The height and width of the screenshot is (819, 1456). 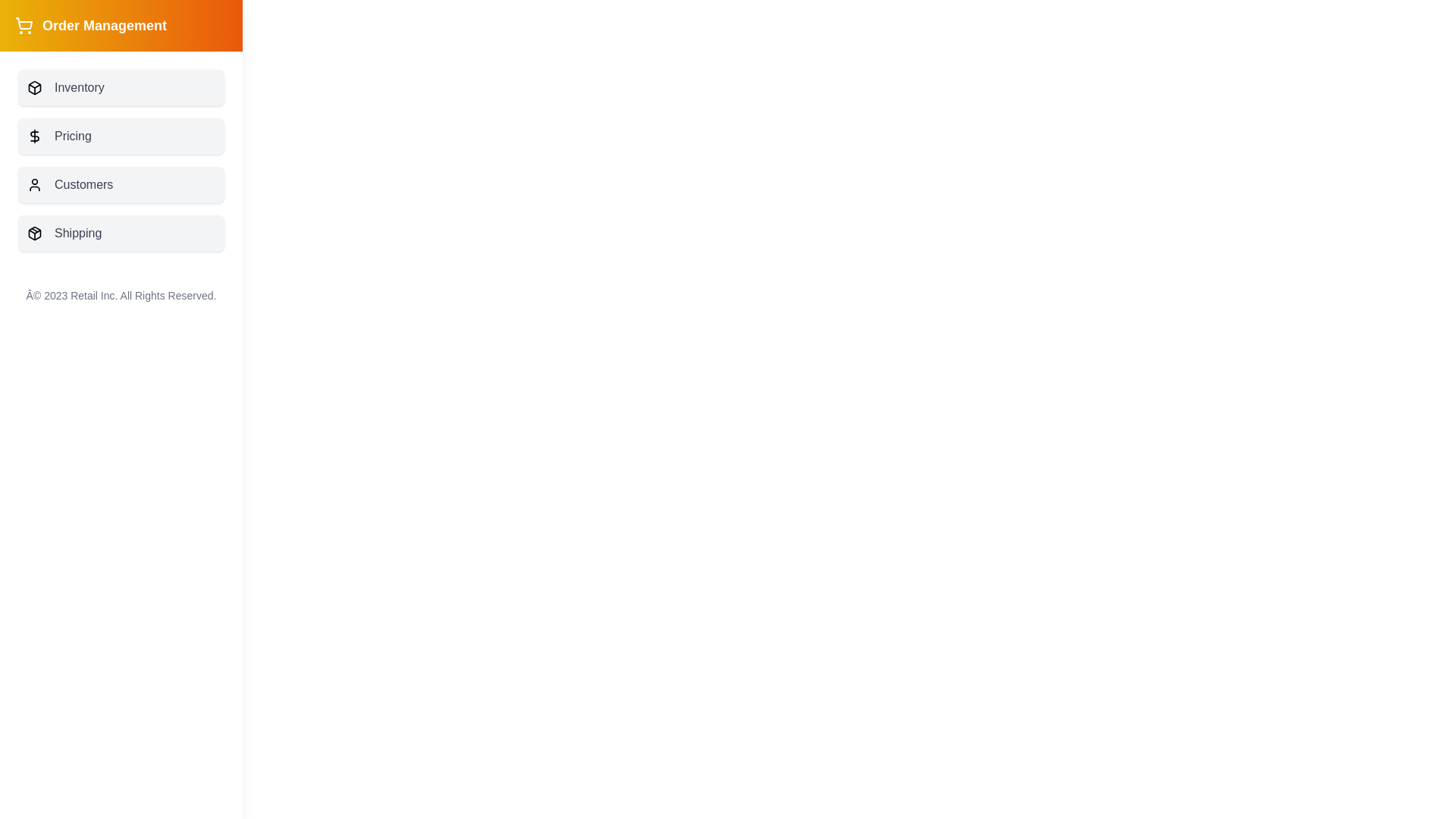 I want to click on the menu item labeled Shipping, so click(x=120, y=234).